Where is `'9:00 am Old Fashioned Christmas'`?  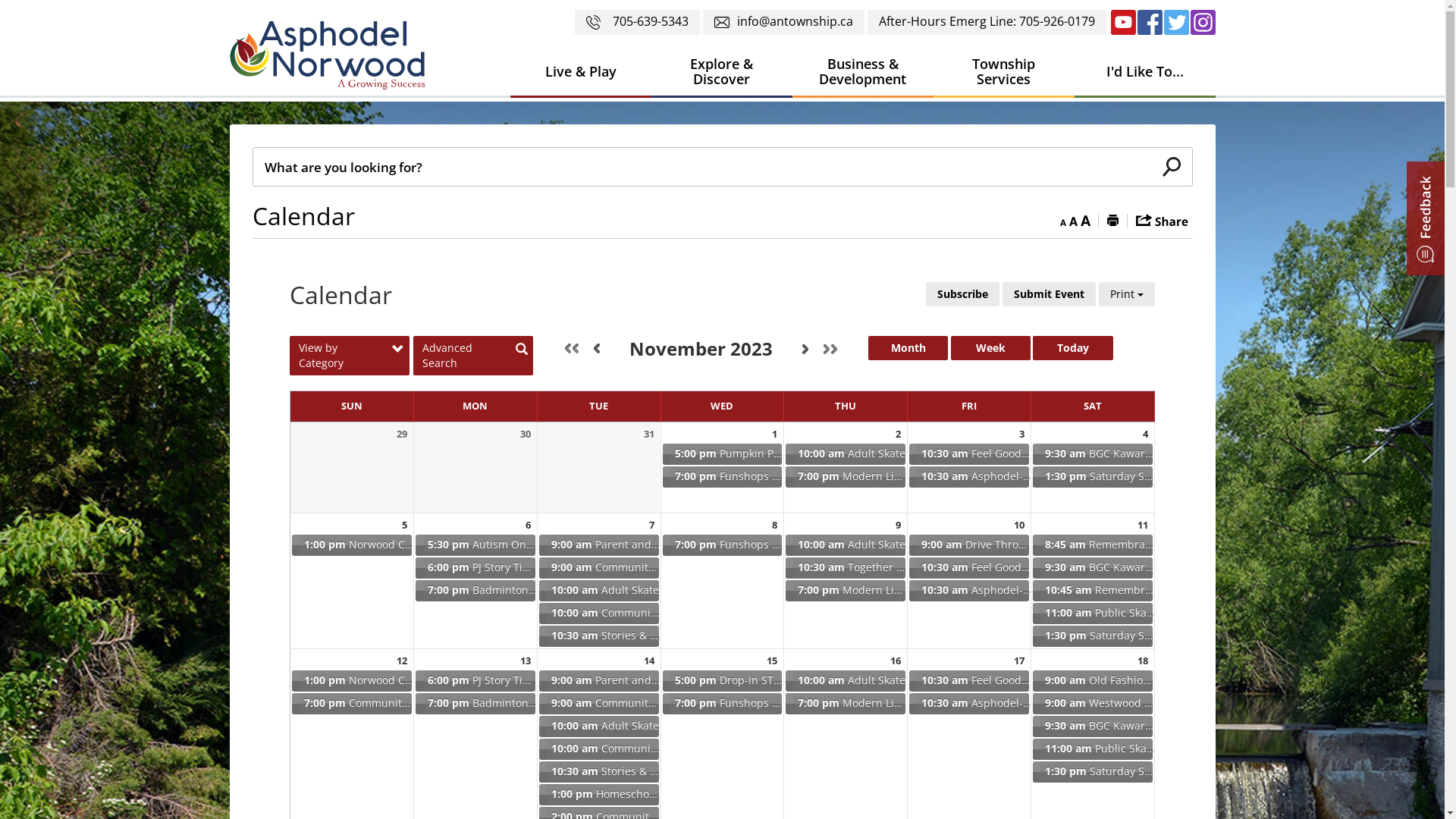 '9:00 am Old Fashioned Christmas' is located at coordinates (1092, 680).